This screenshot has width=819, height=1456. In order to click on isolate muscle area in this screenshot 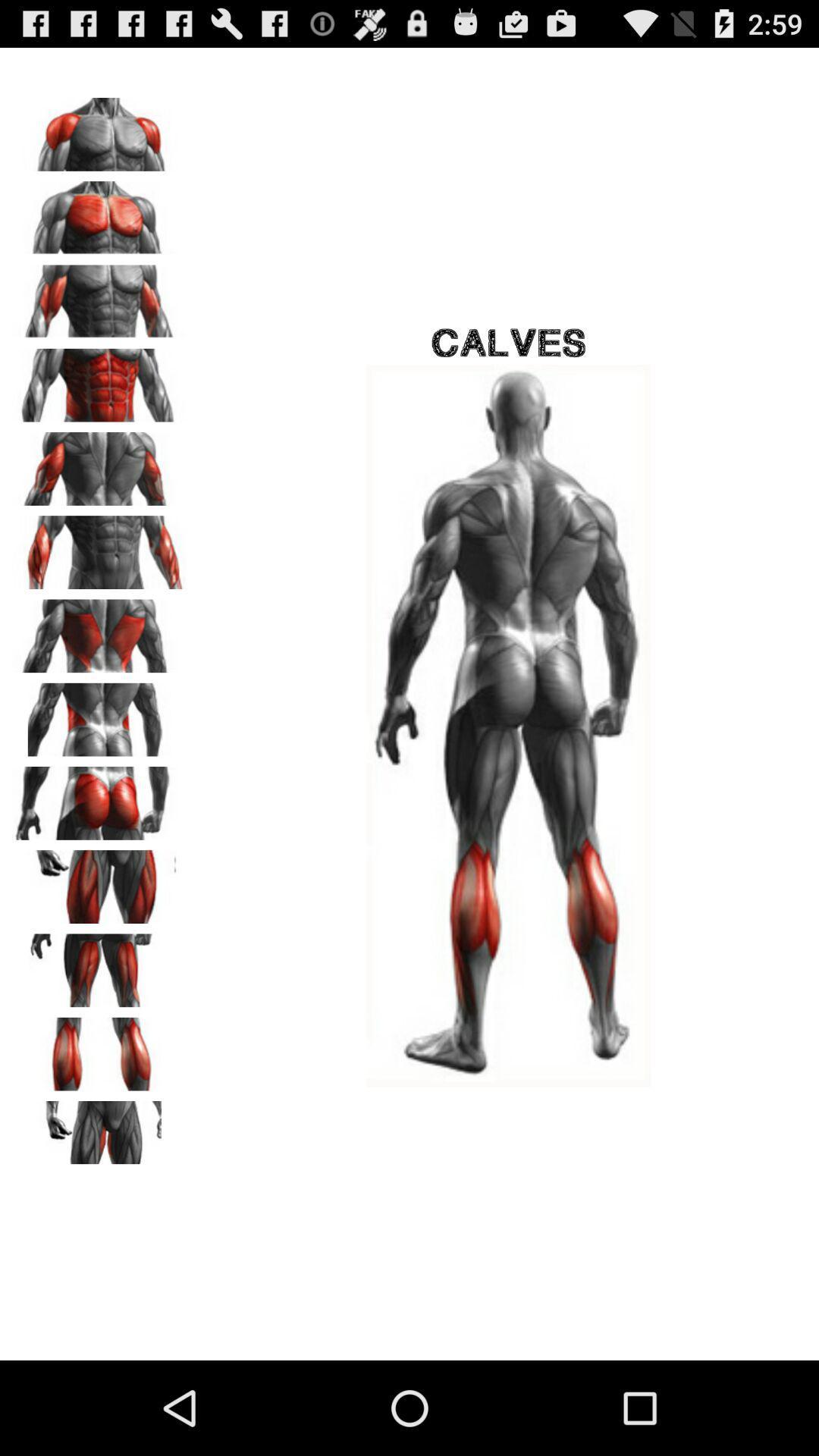, I will do `click(99, 463)`.